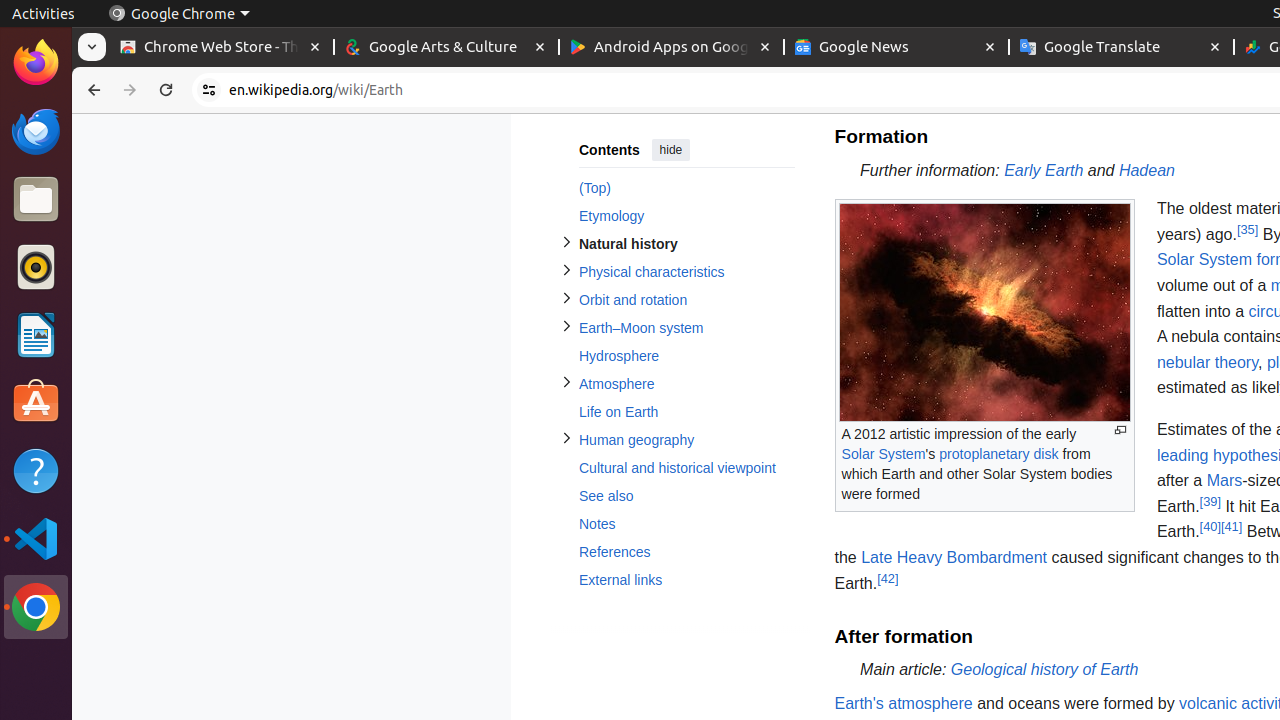 The image size is (1280, 720). Describe the element at coordinates (902, 702) in the screenshot. I see `'Earth'` at that location.